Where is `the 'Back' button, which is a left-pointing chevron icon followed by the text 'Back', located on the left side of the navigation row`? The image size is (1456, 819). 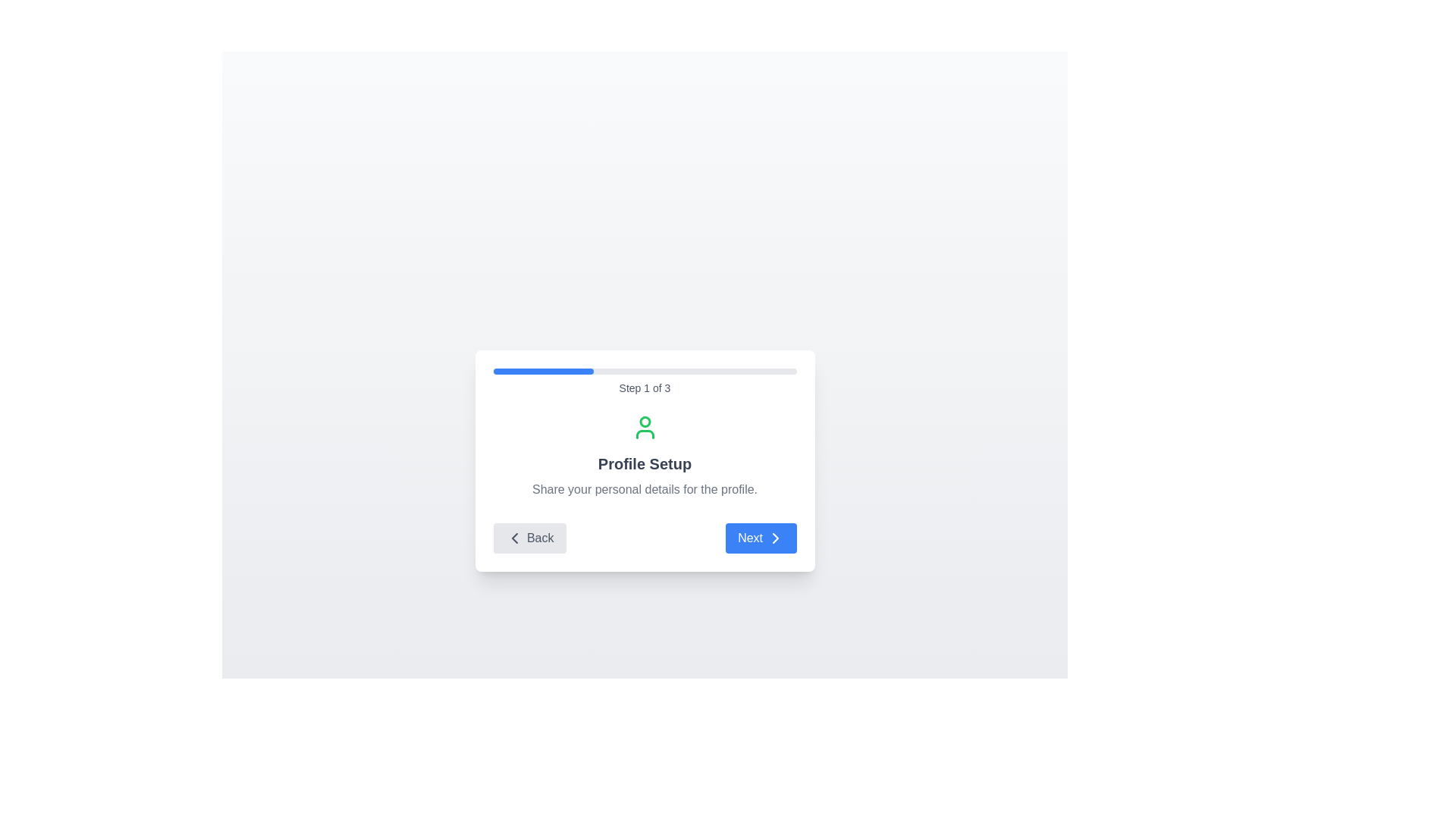 the 'Back' button, which is a left-pointing chevron icon followed by the text 'Back', located on the left side of the navigation row is located at coordinates (529, 537).